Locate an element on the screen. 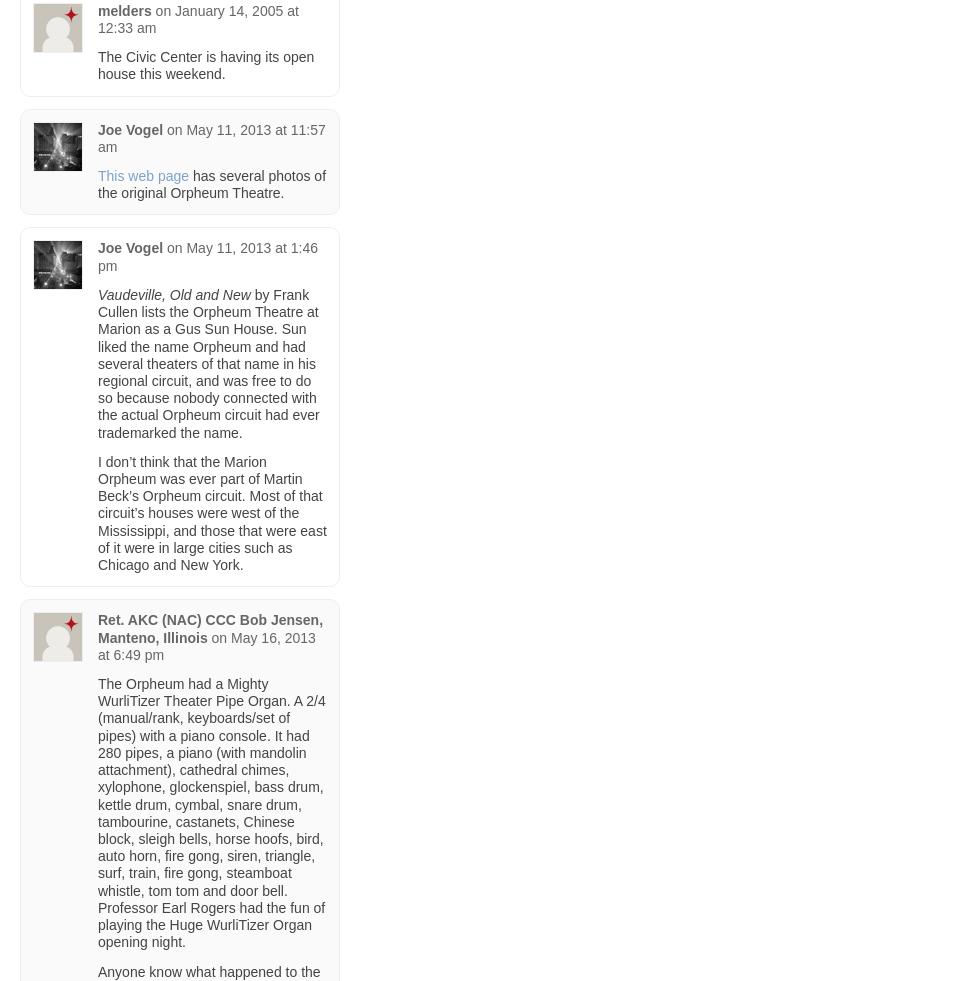  'I don’t think that the Marion Orpheum was ever part of Martin Beck’s Orpheum circuit. Most of that circuit’s houses were west of the Mississippi, and those that were east of it were in large cities such as Chicago and New York.' is located at coordinates (210, 512).